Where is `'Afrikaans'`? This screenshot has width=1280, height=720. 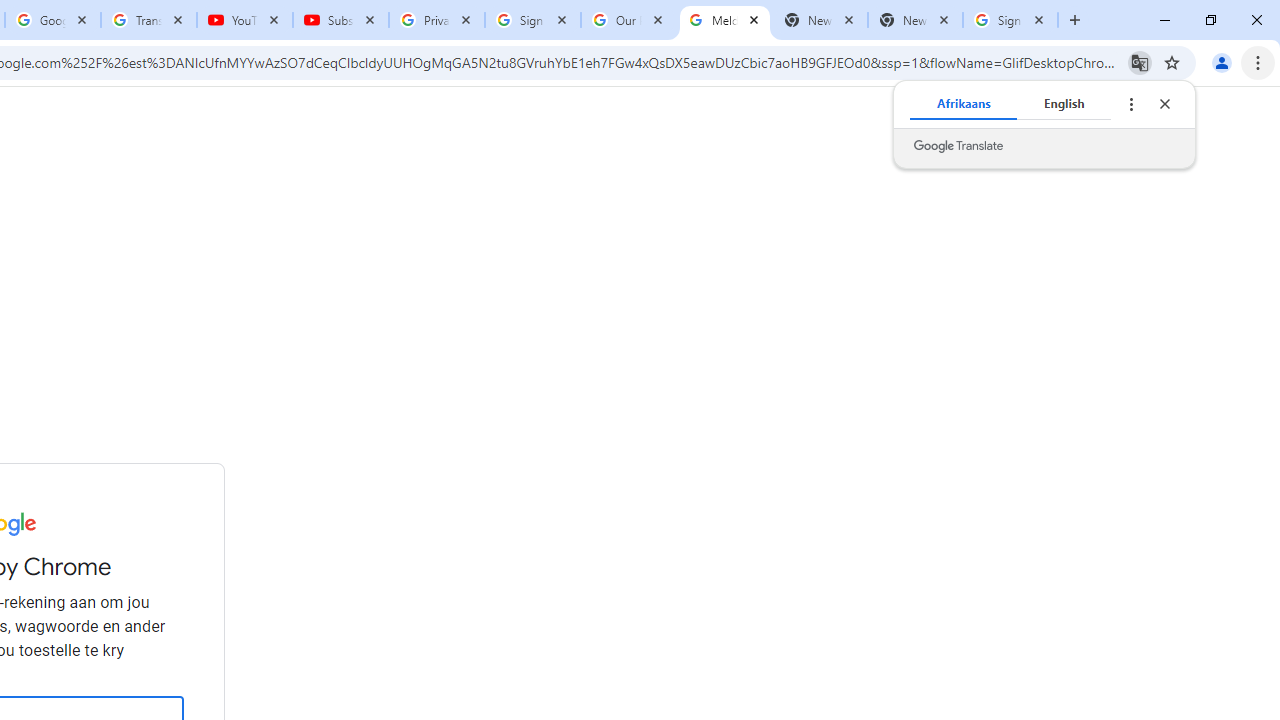 'Afrikaans' is located at coordinates (963, 104).